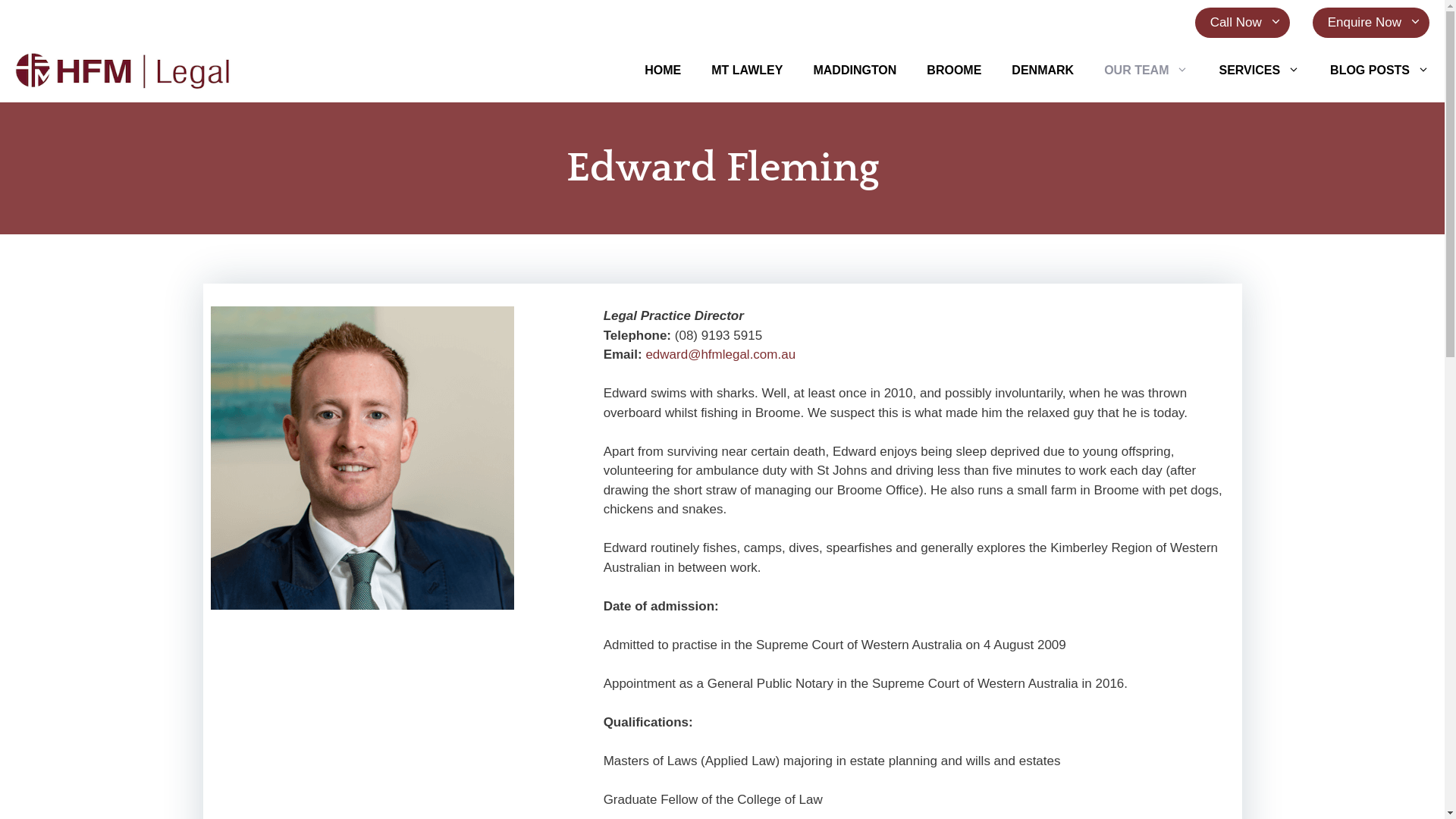  Describe the element at coordinates (1379, 70) in the screenshot. I see `'BLOG POSTS'` at that location.